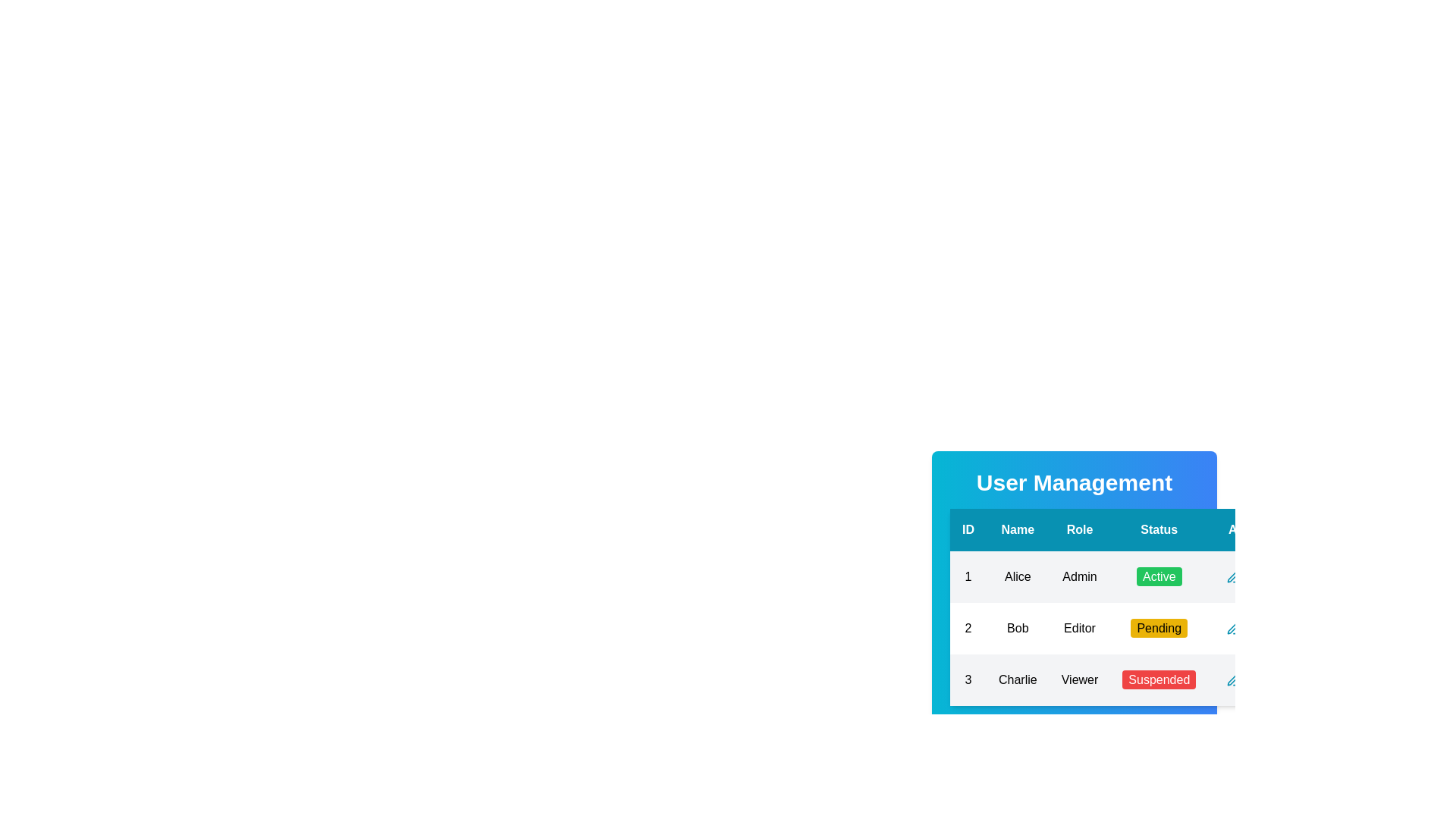 The image size is (1456, 819). Describe the element at coordinates (1158, 576) in the screenshot. I see `the status label indicating the activation status of user 'Alice' located in the 'Status' column of the table` at that location.